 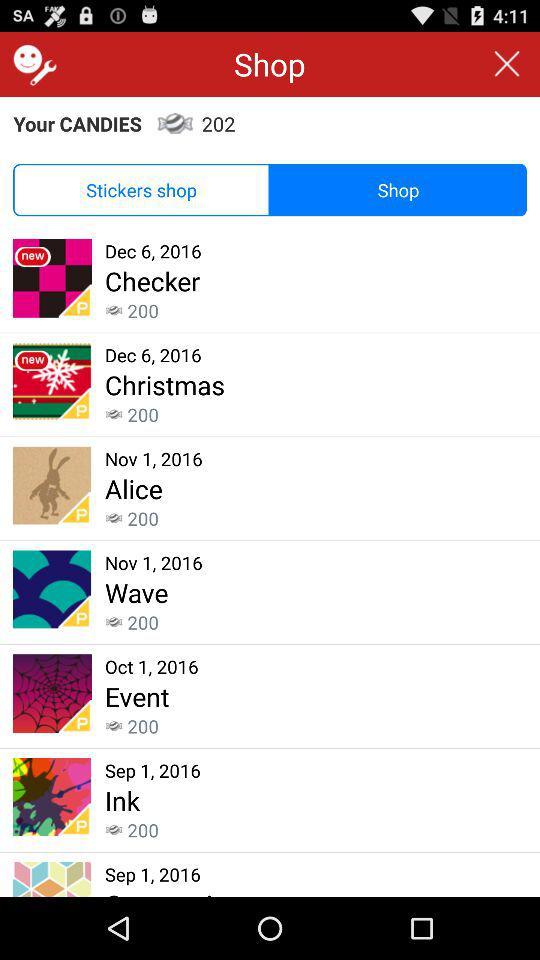 I want to click on profile editing, so click(x=31, y=64).